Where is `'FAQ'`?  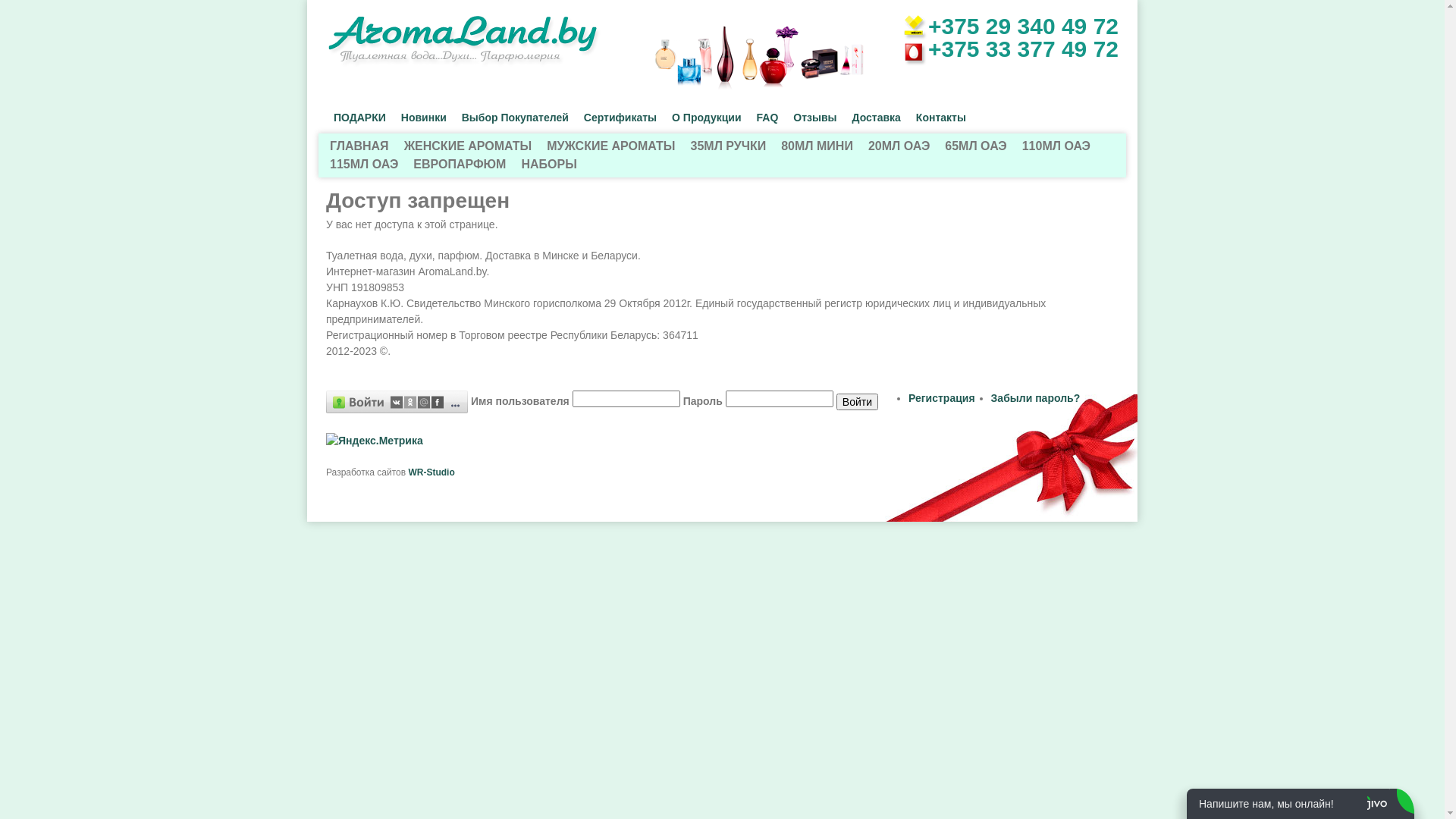 'FAQ' is located at coordinates (767, 117).